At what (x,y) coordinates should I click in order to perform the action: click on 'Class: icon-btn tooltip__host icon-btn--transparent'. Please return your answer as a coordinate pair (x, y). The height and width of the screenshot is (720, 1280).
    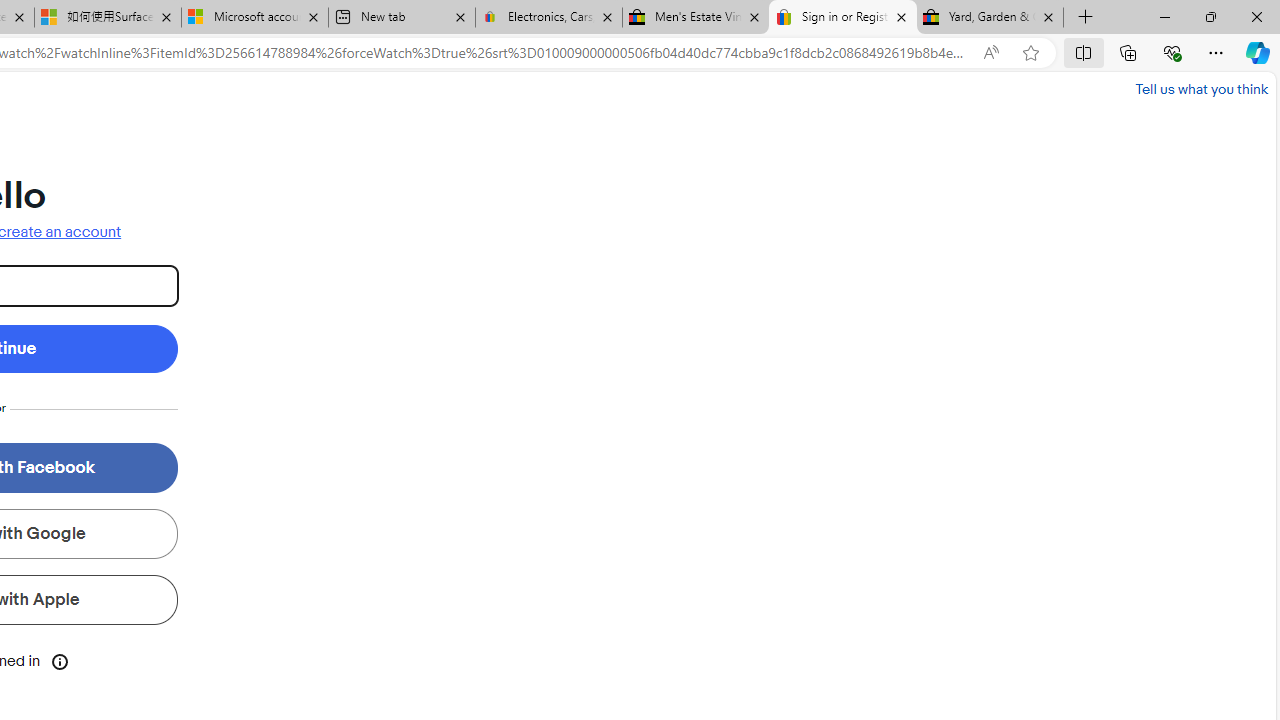
    Looking at the image, I should click on (60, 660).